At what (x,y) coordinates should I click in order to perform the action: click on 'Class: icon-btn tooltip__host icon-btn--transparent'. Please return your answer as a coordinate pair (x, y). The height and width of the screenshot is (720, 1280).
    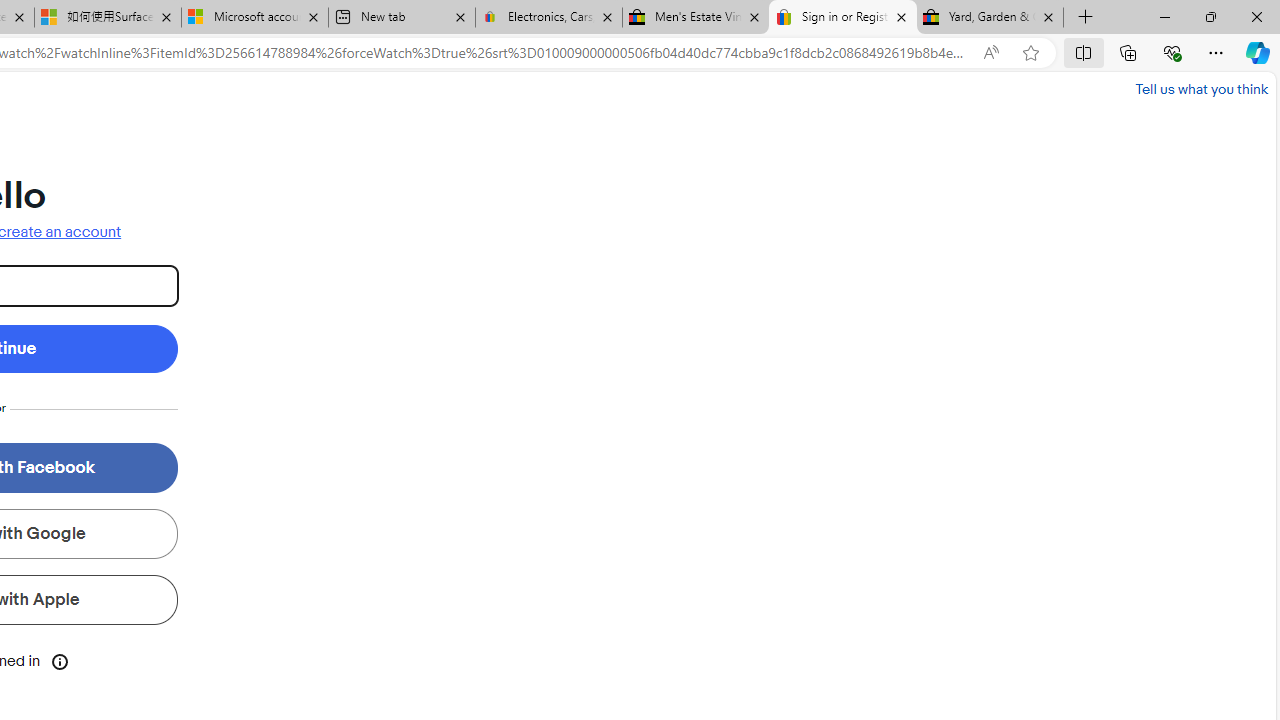
    Looking at the image, I should click on (60, 660).